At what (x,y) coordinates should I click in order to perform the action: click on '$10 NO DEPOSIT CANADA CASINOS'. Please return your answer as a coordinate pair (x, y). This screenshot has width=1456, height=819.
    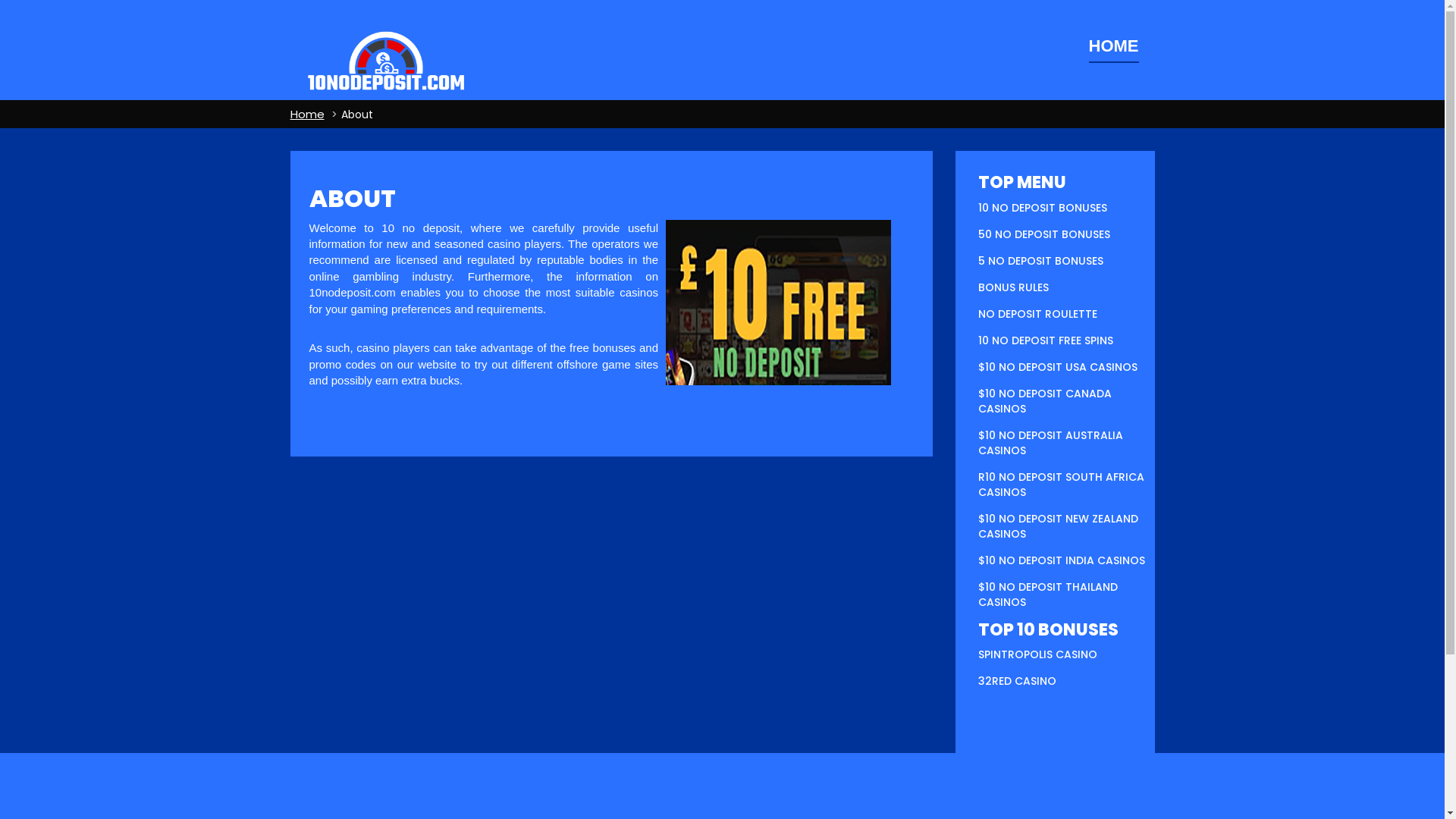
    Looking at the image, I should click on (1043, 400).